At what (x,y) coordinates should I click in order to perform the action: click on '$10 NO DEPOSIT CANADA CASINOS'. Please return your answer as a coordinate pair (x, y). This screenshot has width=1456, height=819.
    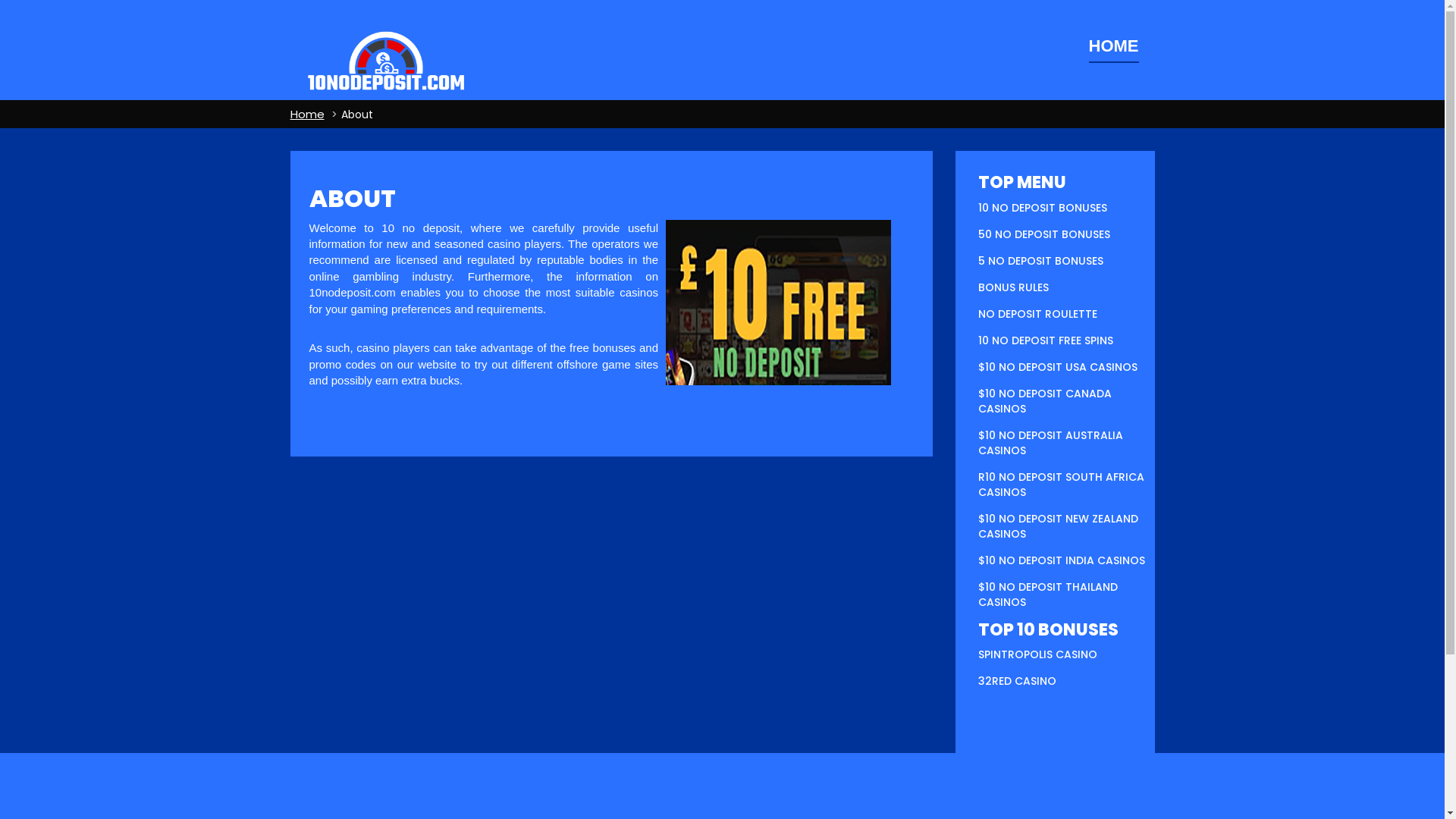
    Looking at the image, I should click on (1043, 400).